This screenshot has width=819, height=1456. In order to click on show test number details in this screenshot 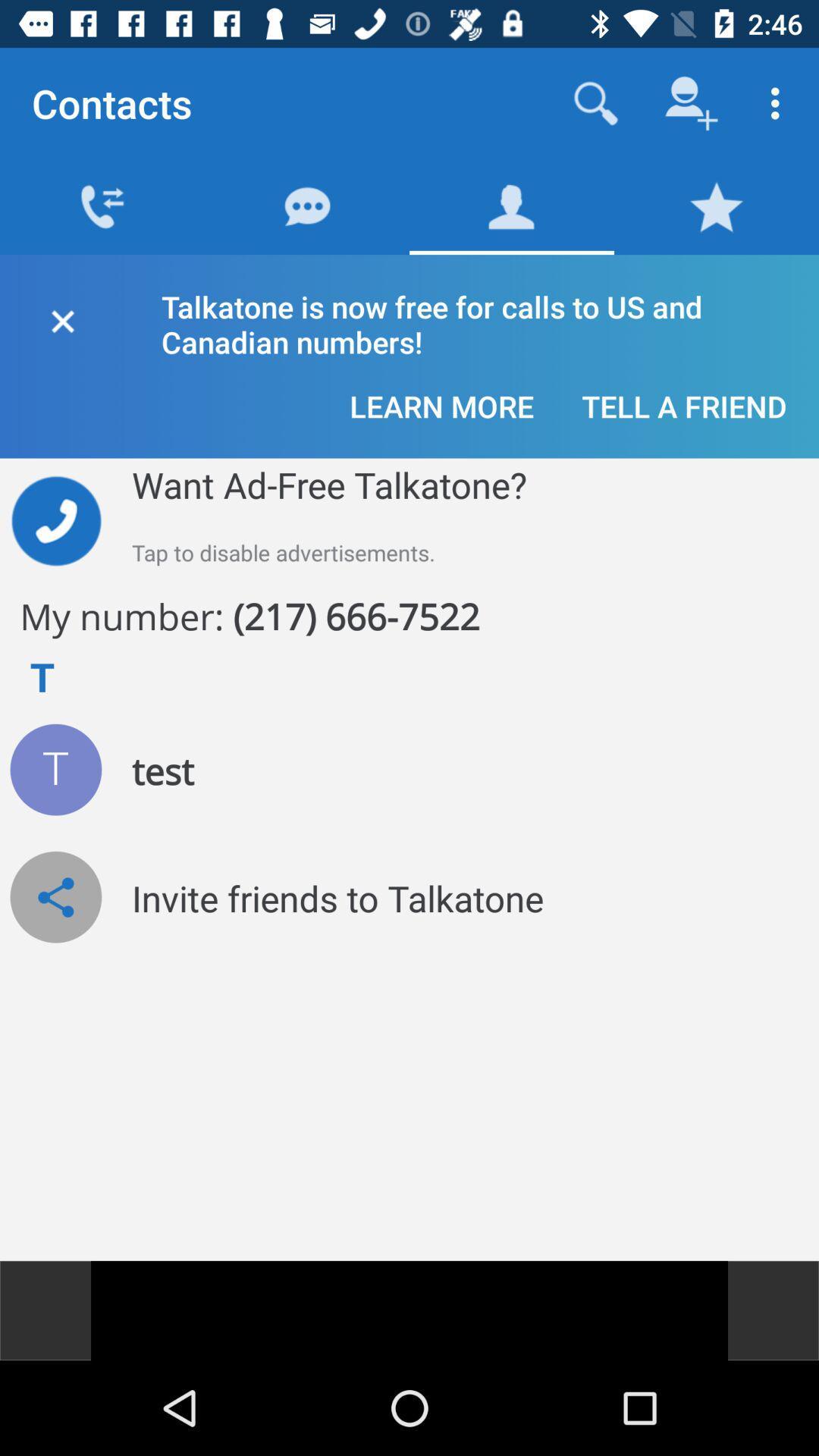, I will do `click(55, 770)`.